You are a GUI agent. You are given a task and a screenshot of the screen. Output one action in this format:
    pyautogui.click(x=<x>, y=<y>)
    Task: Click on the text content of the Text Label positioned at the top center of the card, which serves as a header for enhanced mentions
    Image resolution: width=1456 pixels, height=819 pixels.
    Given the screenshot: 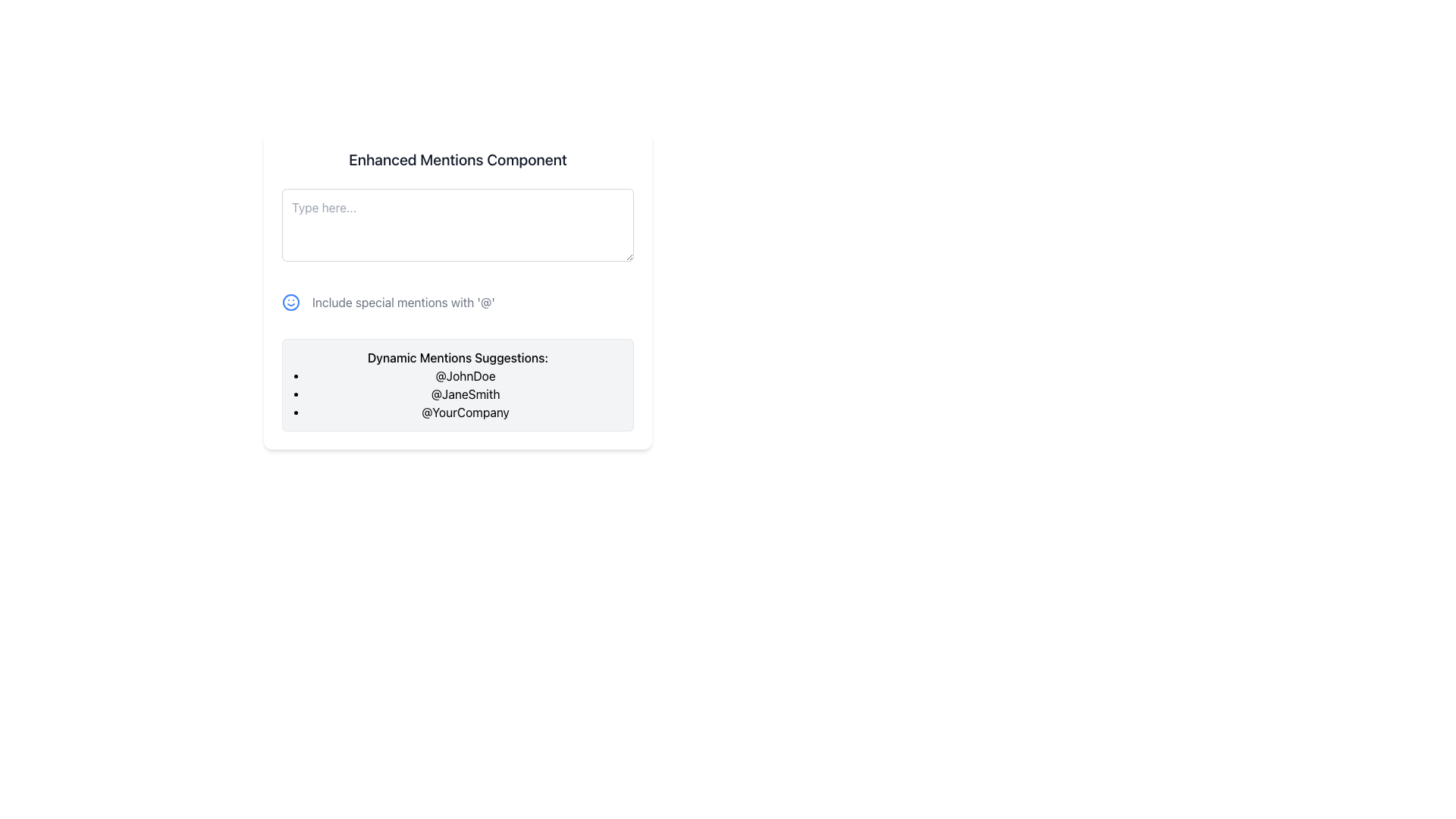 What is the action you would take?
    pyautogui.click(x=457, y=160)
    